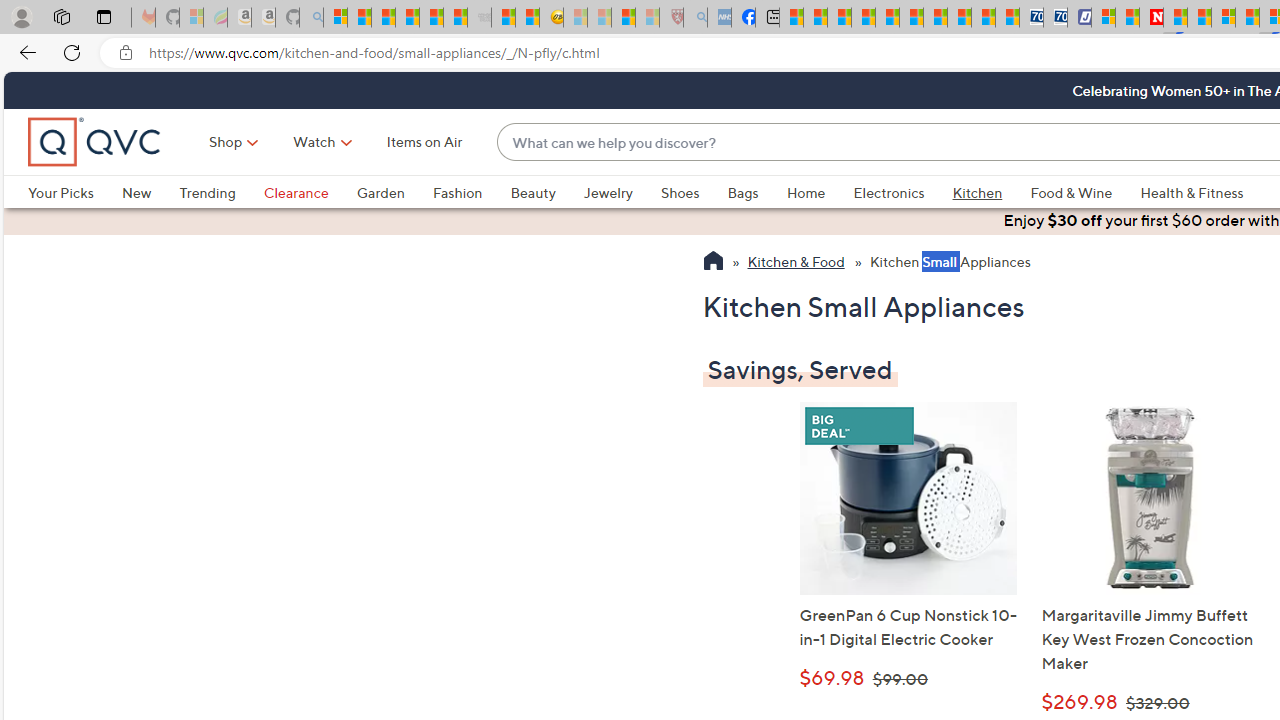 This screenshot has height=720, width=1280. I want to click on 'Trending', so click(207, 192).